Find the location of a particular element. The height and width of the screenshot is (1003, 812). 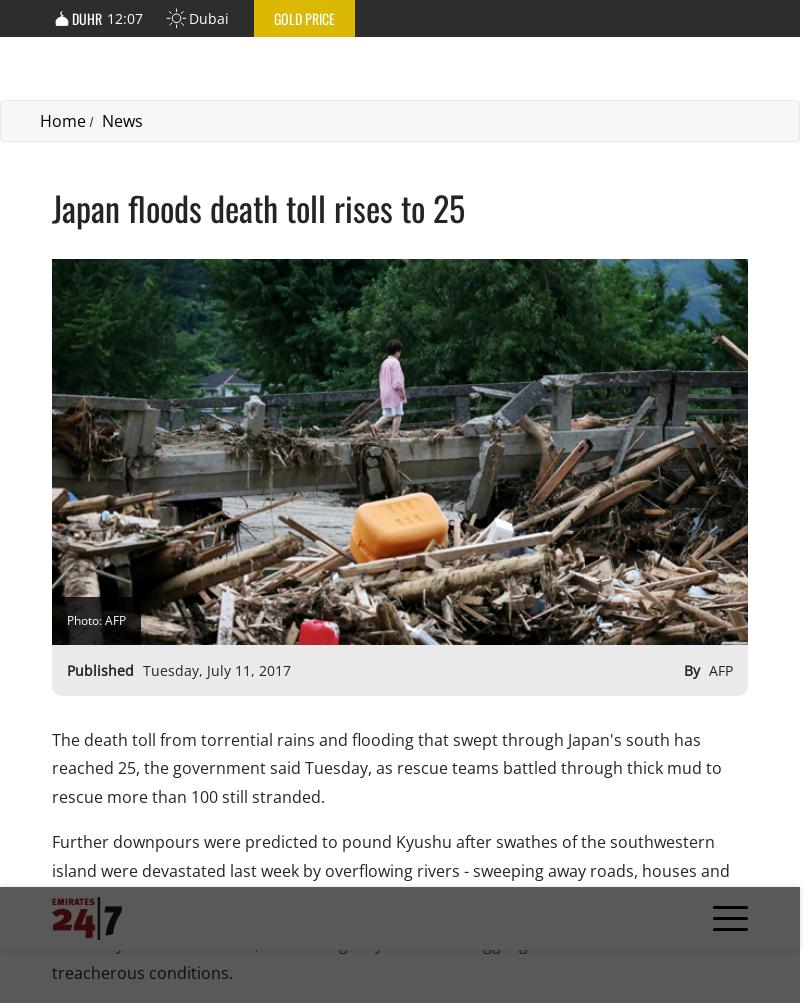

'Contact Us' is located at coordinates (204, 961).